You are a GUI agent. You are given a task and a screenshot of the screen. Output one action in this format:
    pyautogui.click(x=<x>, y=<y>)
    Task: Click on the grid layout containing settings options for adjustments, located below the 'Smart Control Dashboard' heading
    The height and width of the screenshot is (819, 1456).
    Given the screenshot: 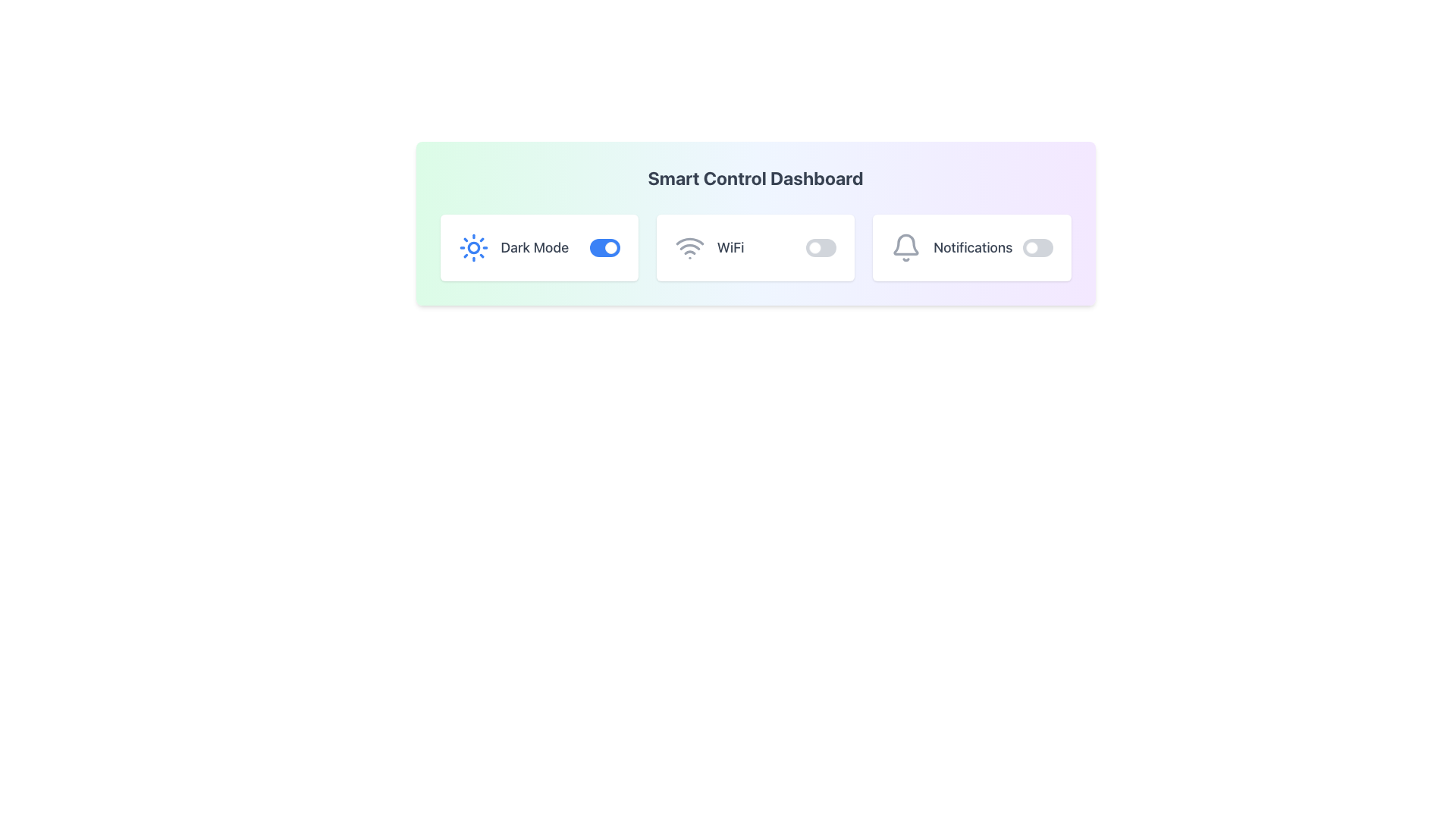 What is the action you would take?
    pyautogui.click(x=755, y=247)
    